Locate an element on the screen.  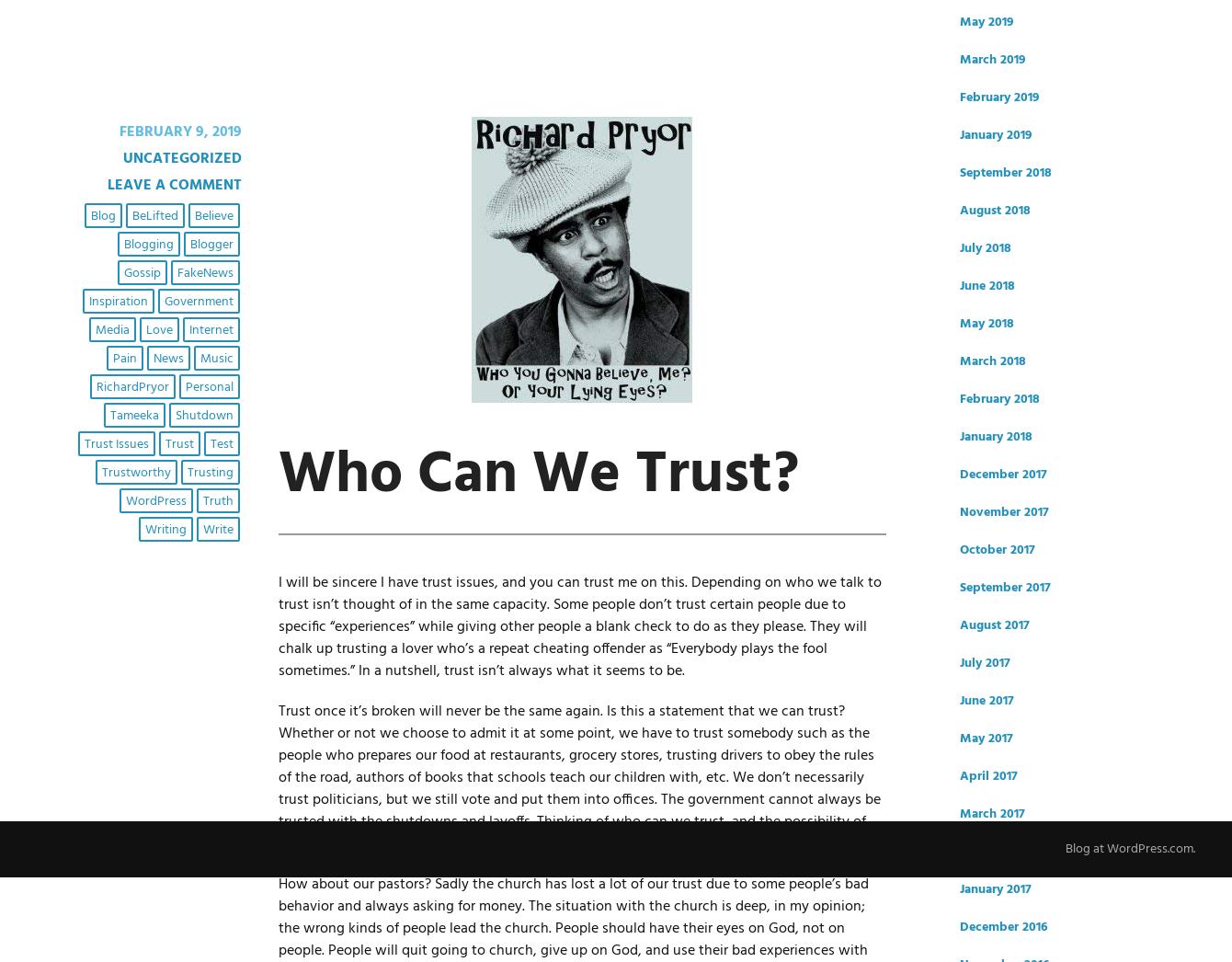
'January 2019' is located at coordinates (995, 134).